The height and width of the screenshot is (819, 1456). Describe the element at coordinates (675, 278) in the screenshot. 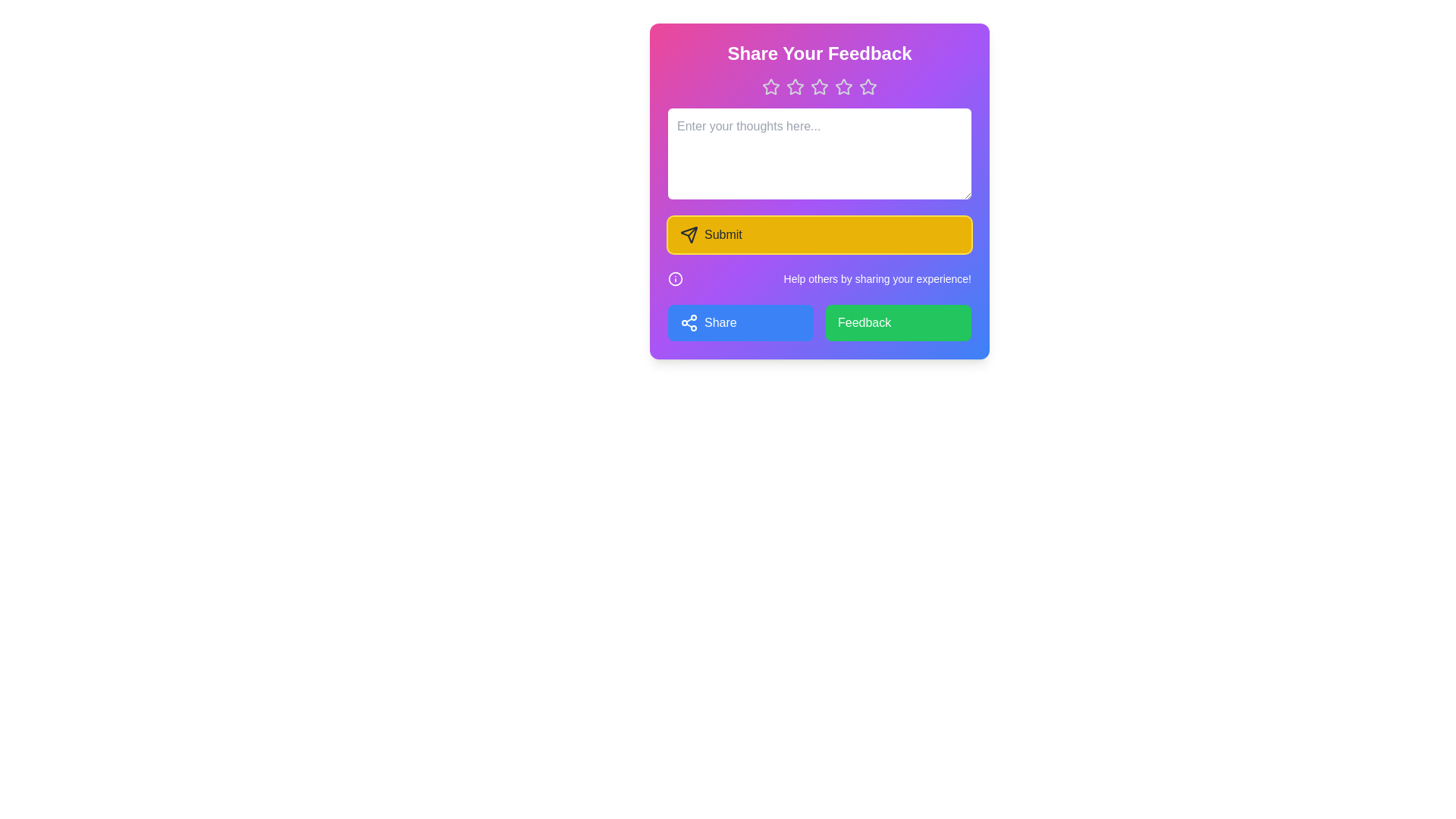

I see `the circular help icon located on the left side of the section above the 'Share' and 'Feedback' buttons` at that location.